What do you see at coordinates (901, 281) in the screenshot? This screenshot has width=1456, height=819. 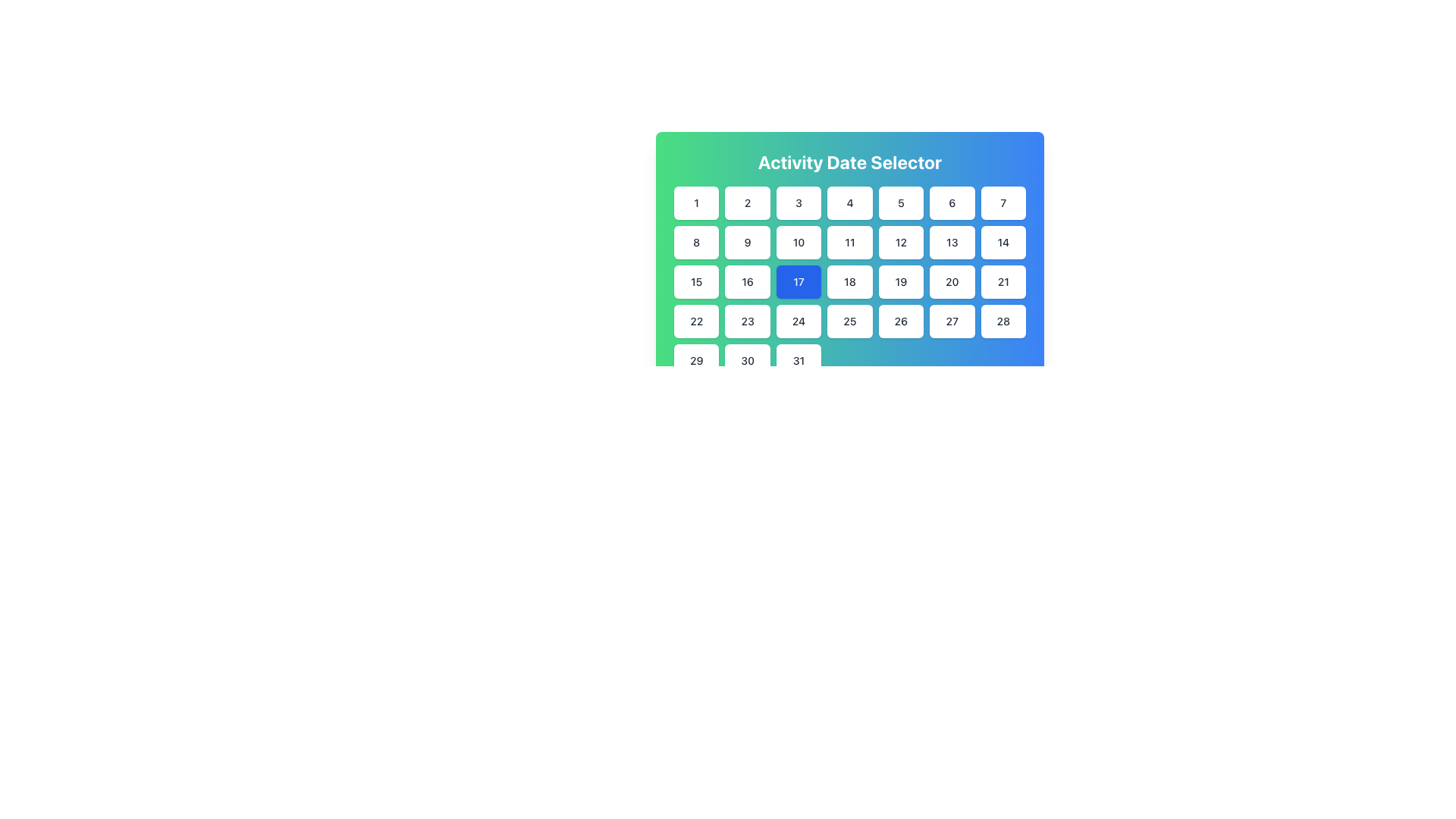 I see `the rectangular button styled as a calendar date number with the text '19', which is located in the fourth row and fifth column of the date picker grid` at bounding box center [901, 281].